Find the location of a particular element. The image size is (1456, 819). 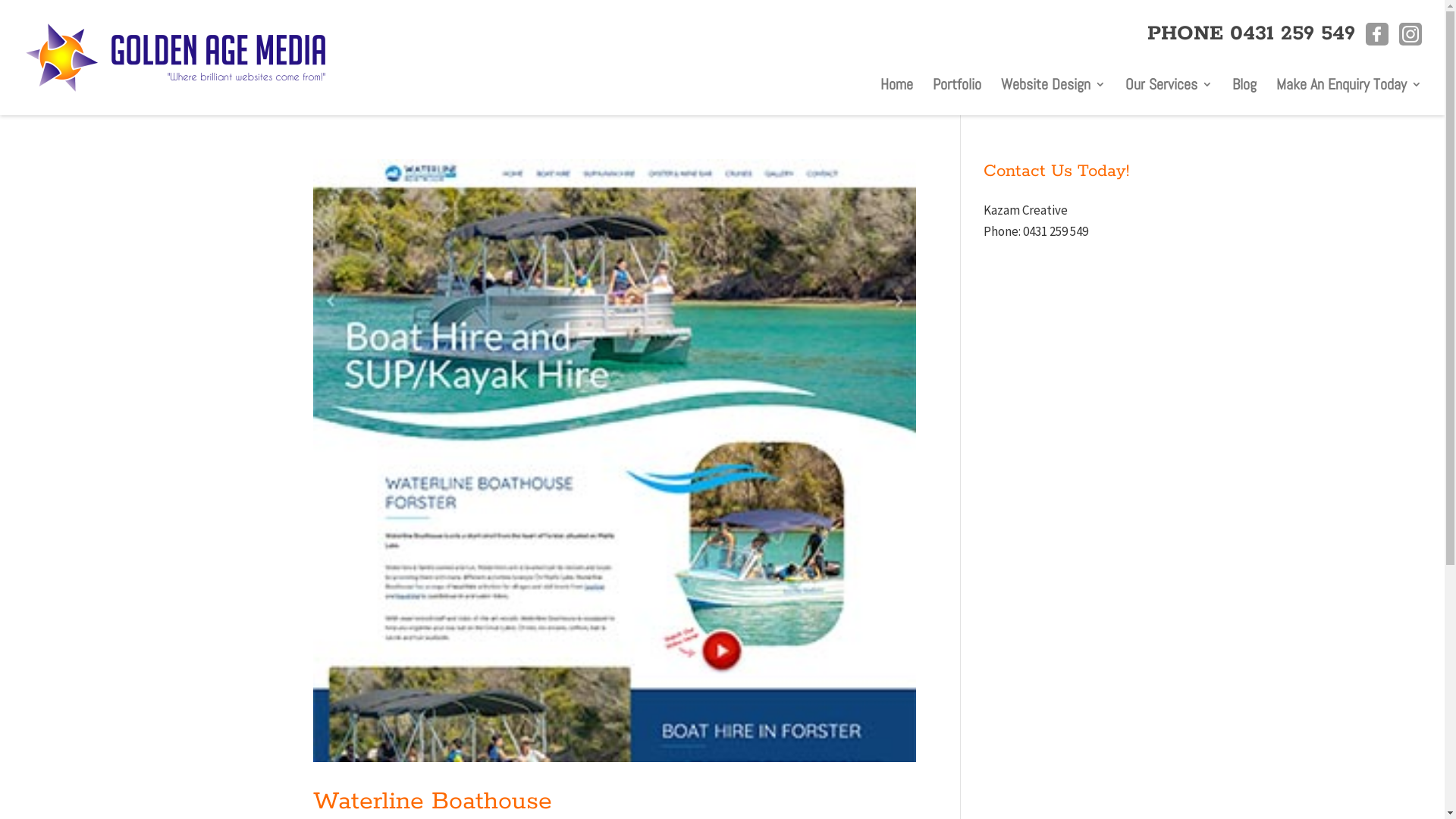

'Portfolio' is located at coordinates (956, 87).